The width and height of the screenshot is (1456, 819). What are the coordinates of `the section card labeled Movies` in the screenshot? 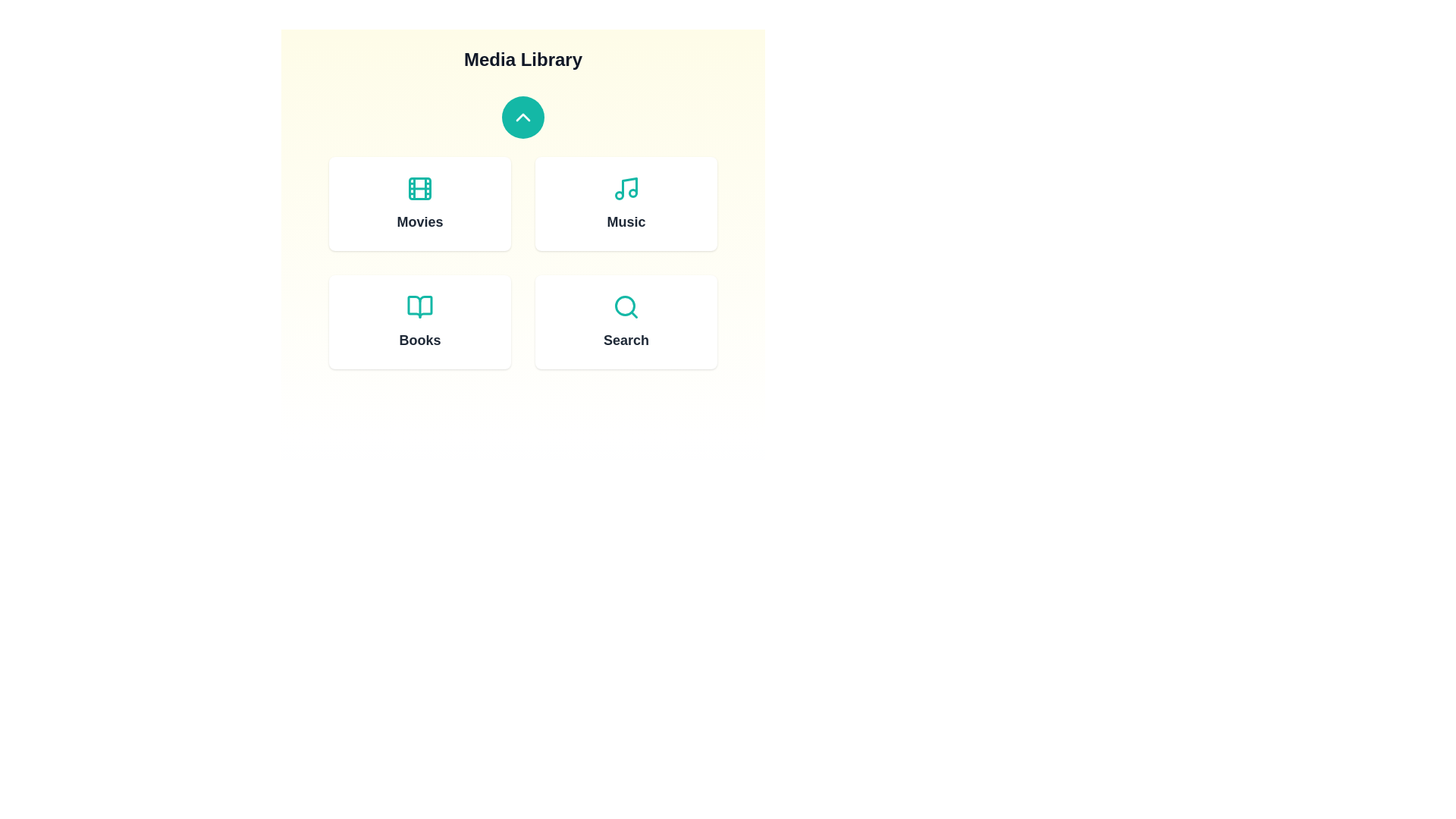 It's located at (419, 203).